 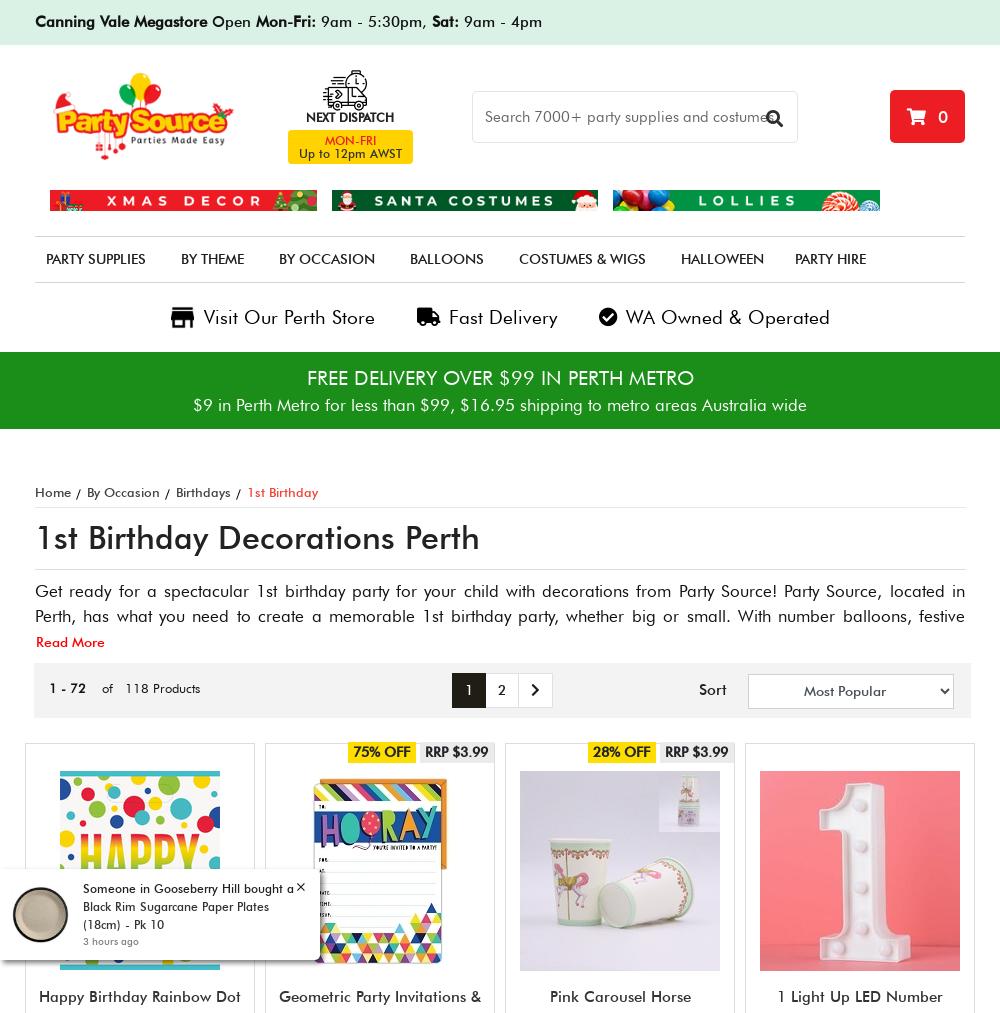 What do you see at coordinates (286, 20) in the screenshot?
I see `'Mon-Fri:'` at bounding box center [286, 20].